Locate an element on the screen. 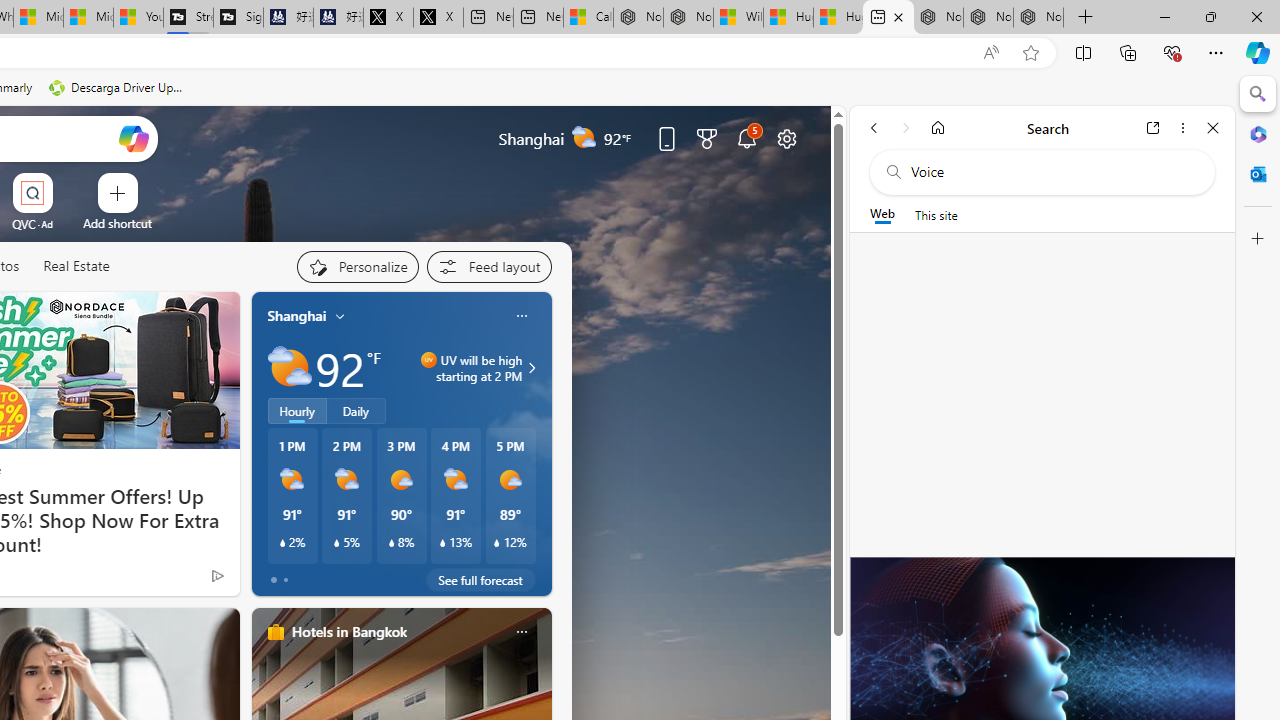 This screenshot has width=1280, height=720. 'Hourly' is located at coordinates (295, 410).